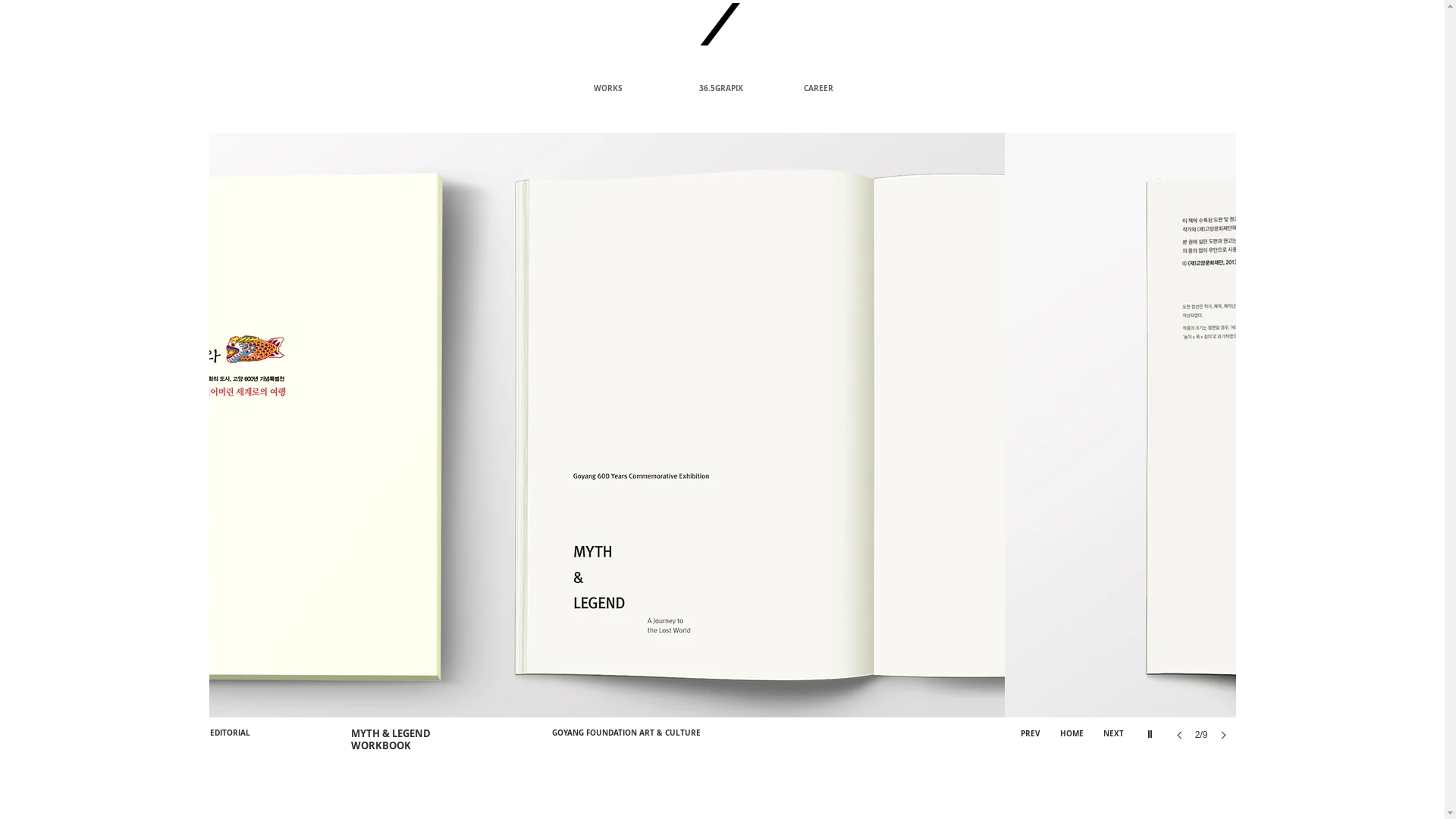 The width and height of the screenshot is (1456, 819). What do you see at coordinates (843, 88) in the screenshot?
I see `'CAREER'` at bounding box center [843, 88].